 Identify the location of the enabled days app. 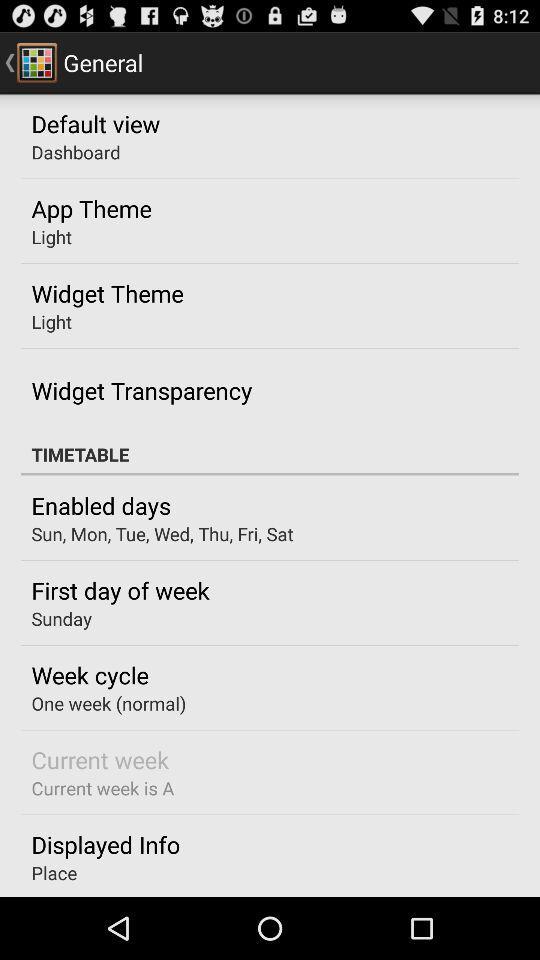
(100, 504).